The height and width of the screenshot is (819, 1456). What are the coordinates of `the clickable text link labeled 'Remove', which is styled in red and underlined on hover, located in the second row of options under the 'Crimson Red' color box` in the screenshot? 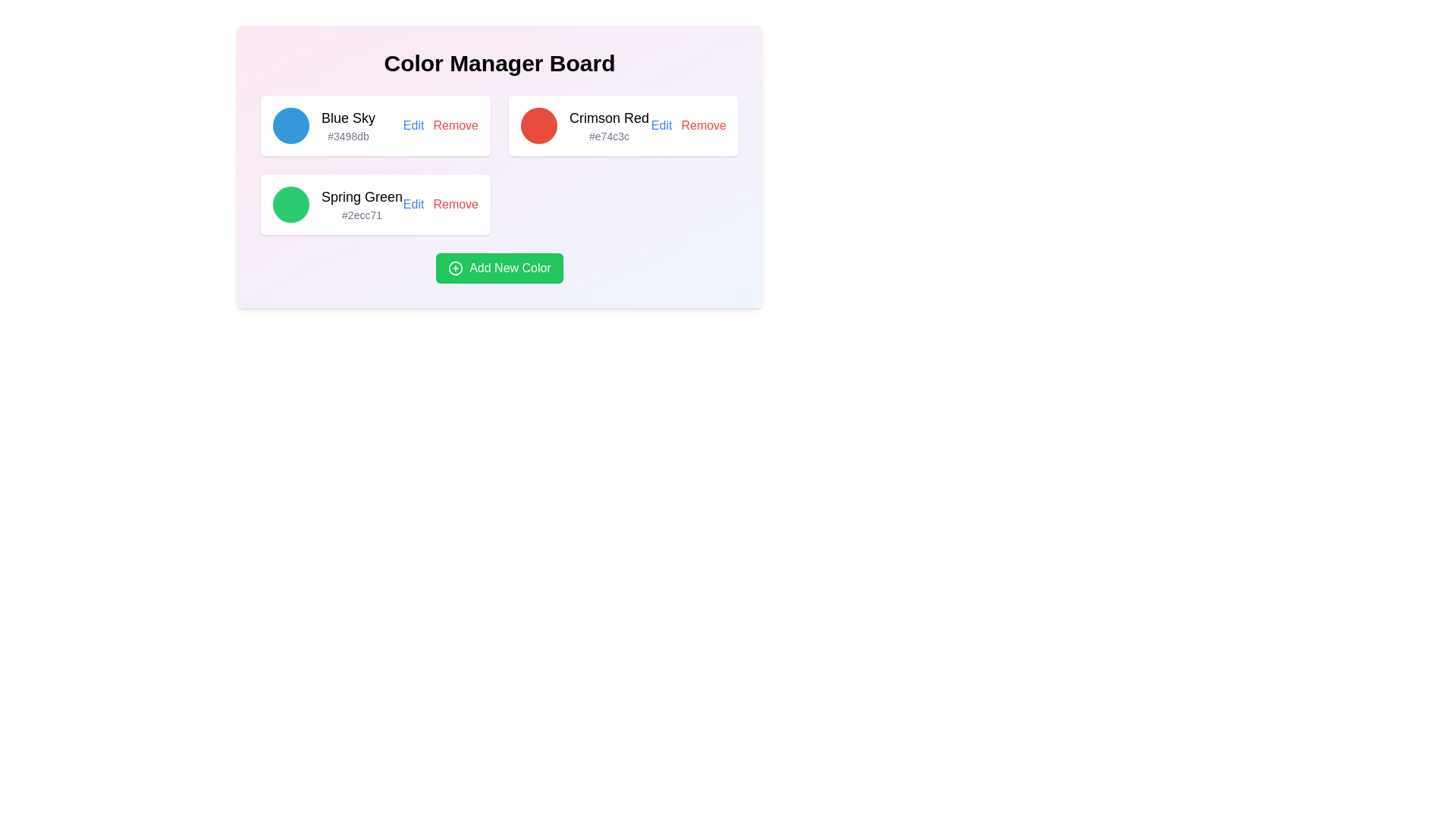 It's located at (703, 124).